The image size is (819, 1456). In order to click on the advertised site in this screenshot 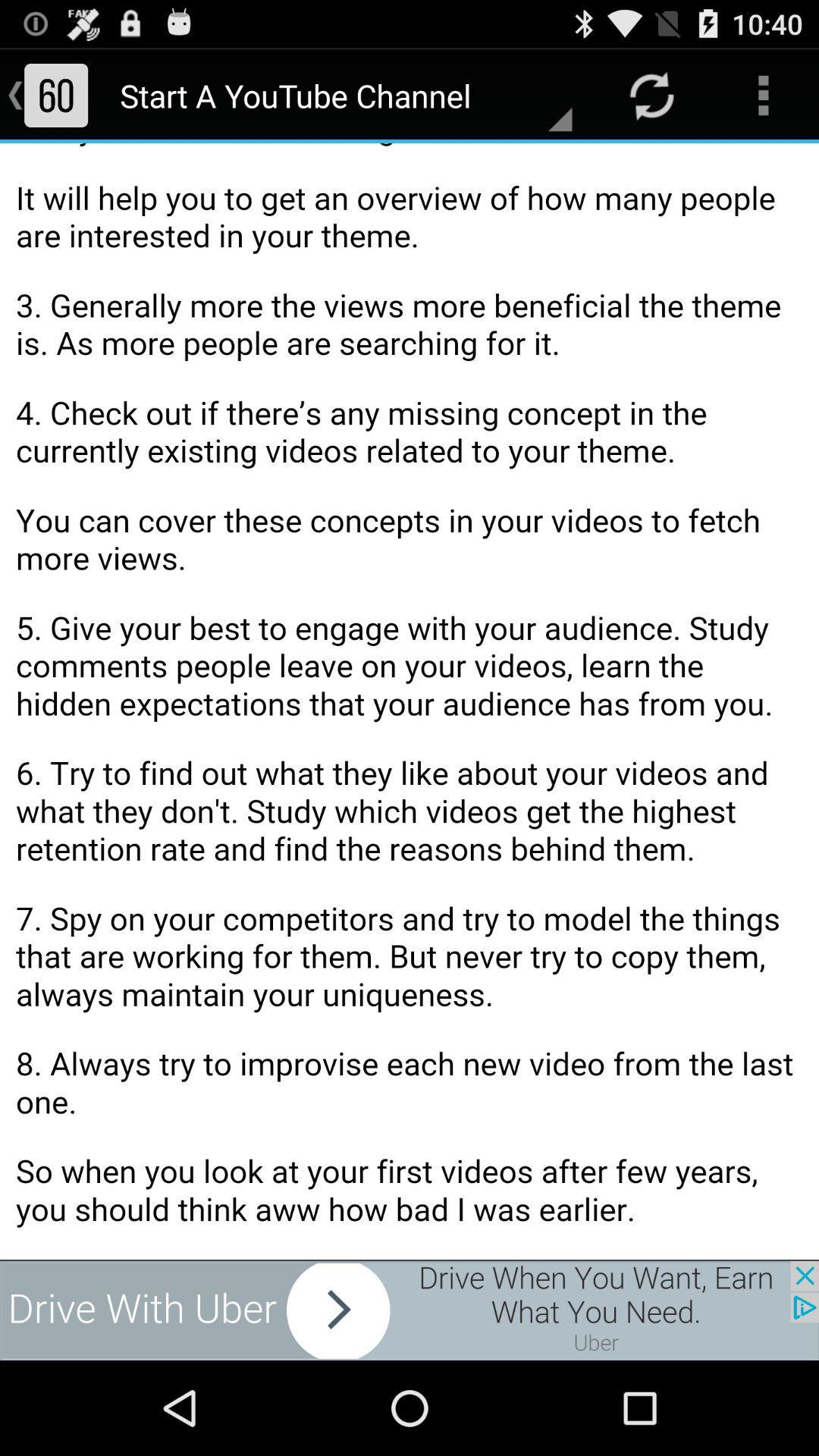, I will do `click(409, 1310)`.